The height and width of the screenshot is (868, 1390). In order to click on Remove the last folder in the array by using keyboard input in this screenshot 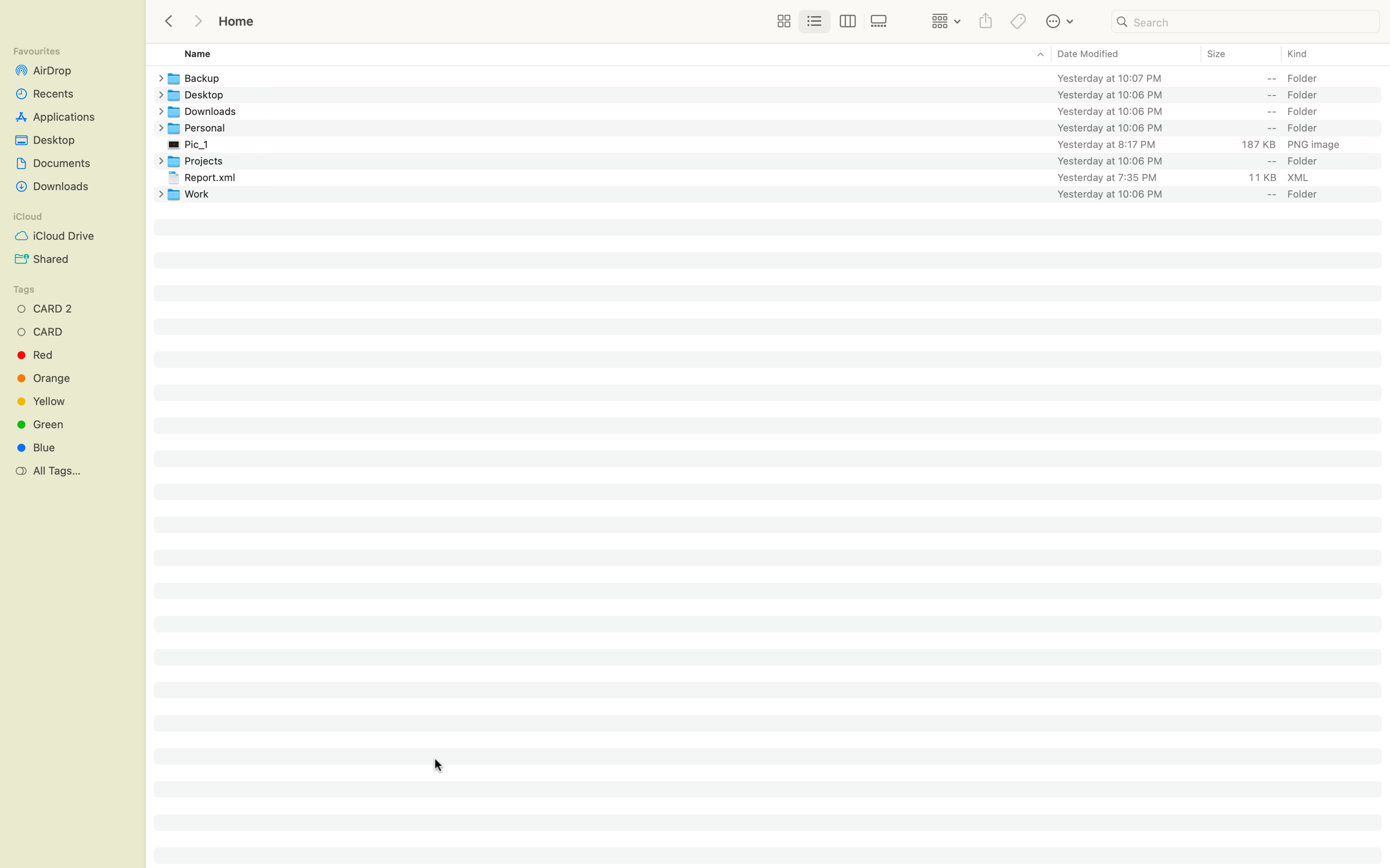, I will do `click(777, 193)`.